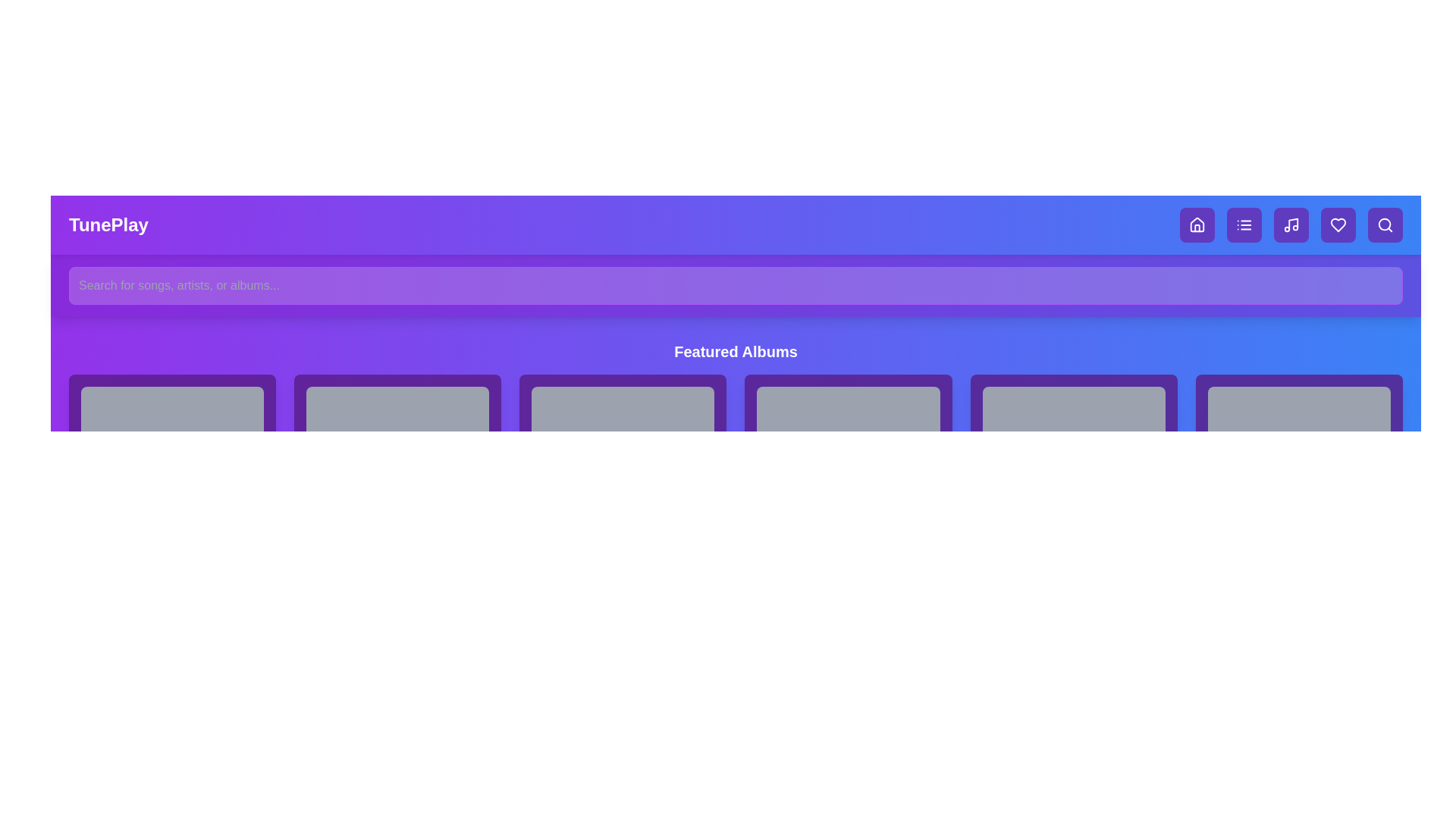 The height and width of the screenshot is (819, 1456). Describe the element at coordinates (1197, 225) in the screenshot. I see `the navigation button for home` at that location.